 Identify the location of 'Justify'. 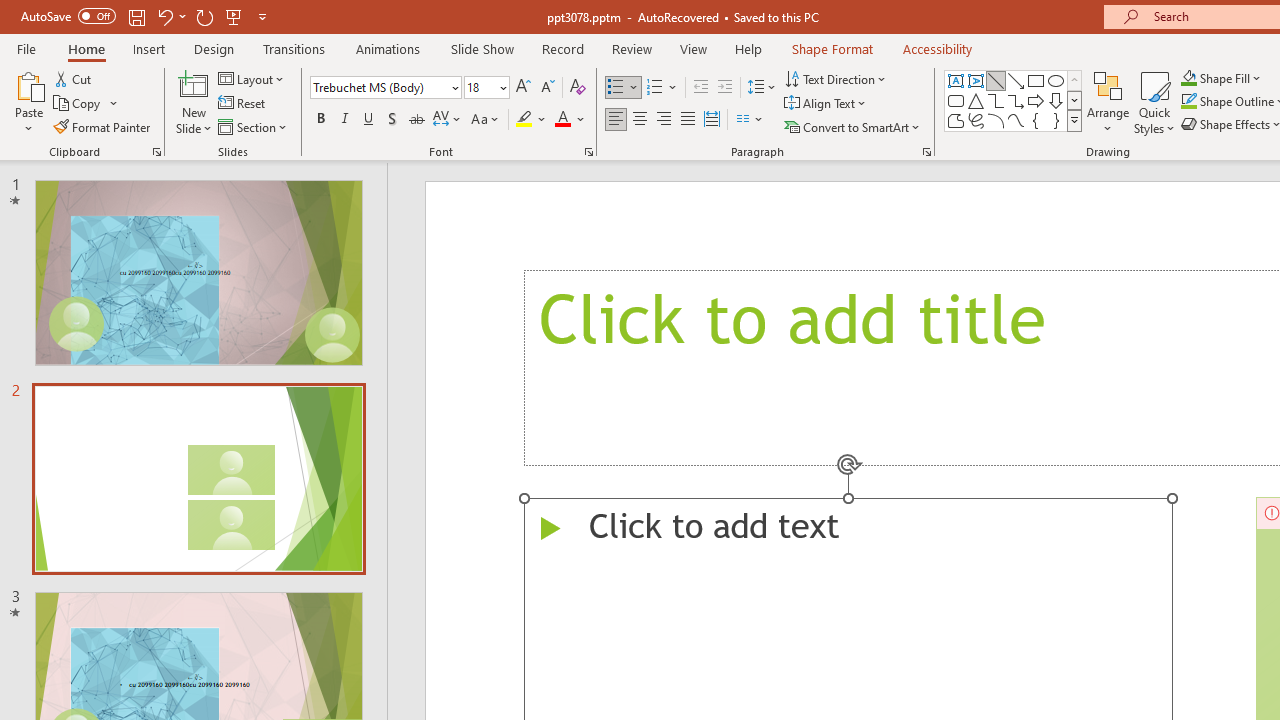
(688, 119).